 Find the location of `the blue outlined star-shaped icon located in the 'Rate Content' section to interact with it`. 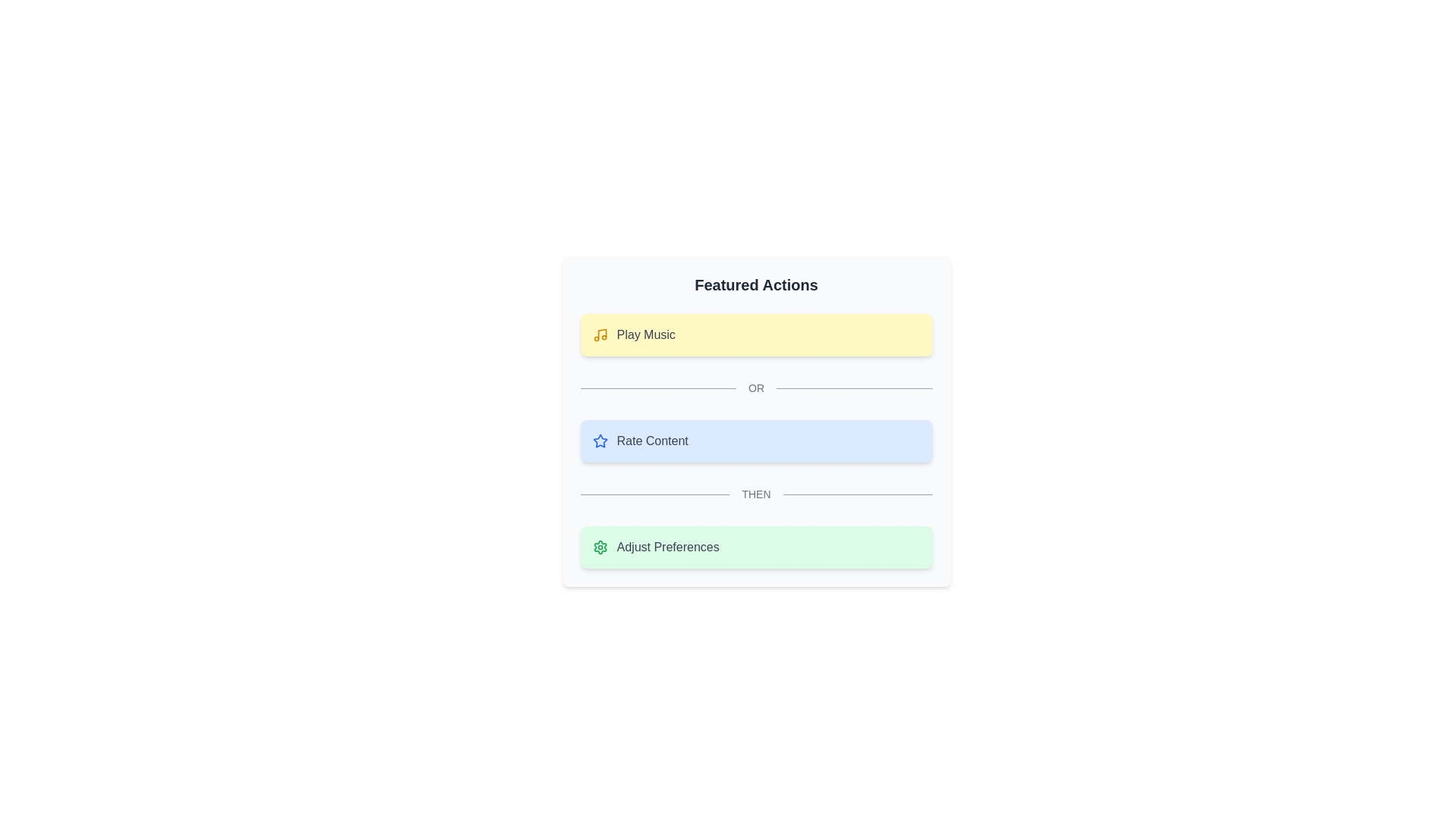

the blue outlined star-shaped icon located in the 'Rate Content' section to interact with it is located at coordinates (599, 441).